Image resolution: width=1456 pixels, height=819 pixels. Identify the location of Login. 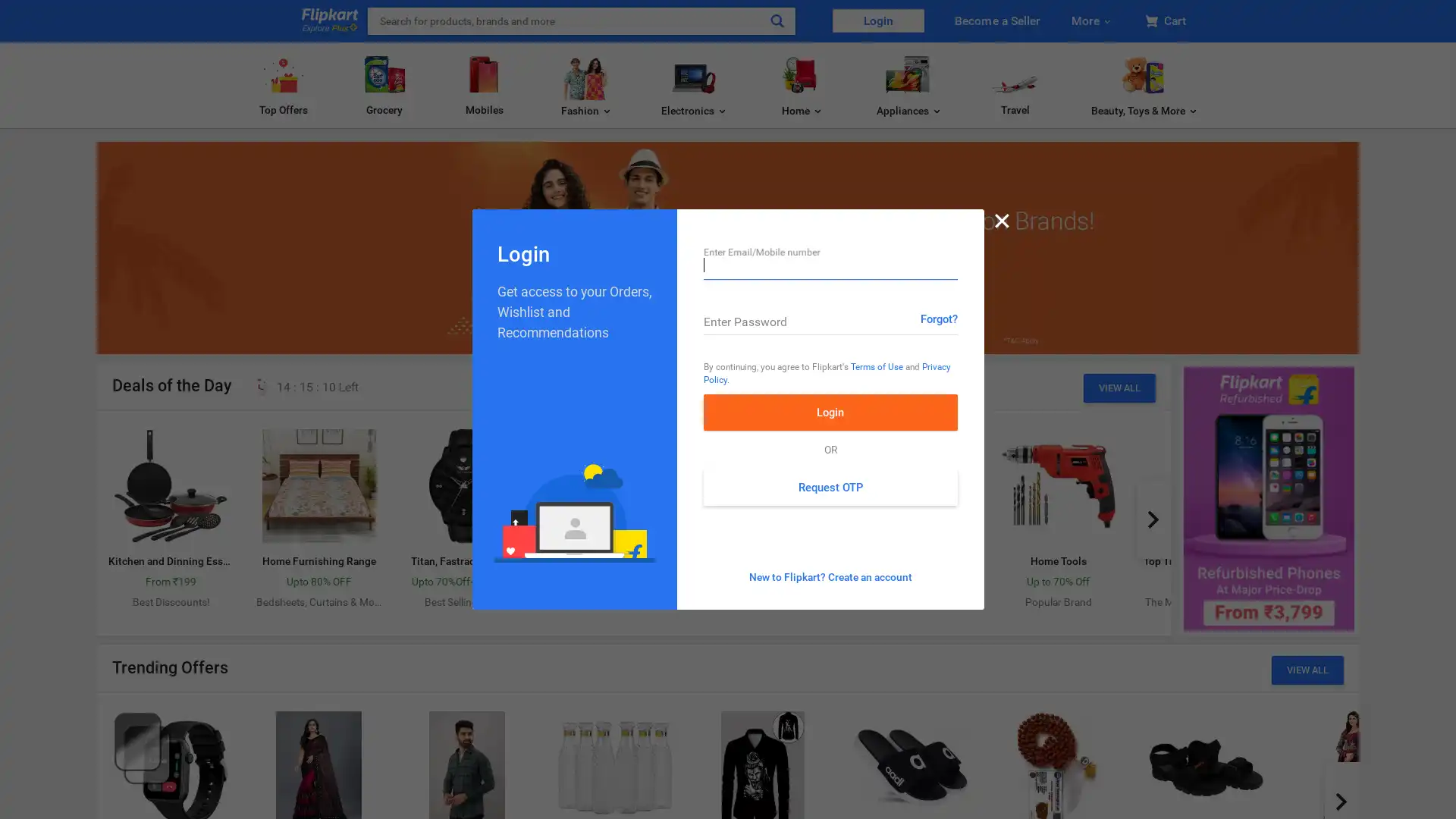
(829, 412).